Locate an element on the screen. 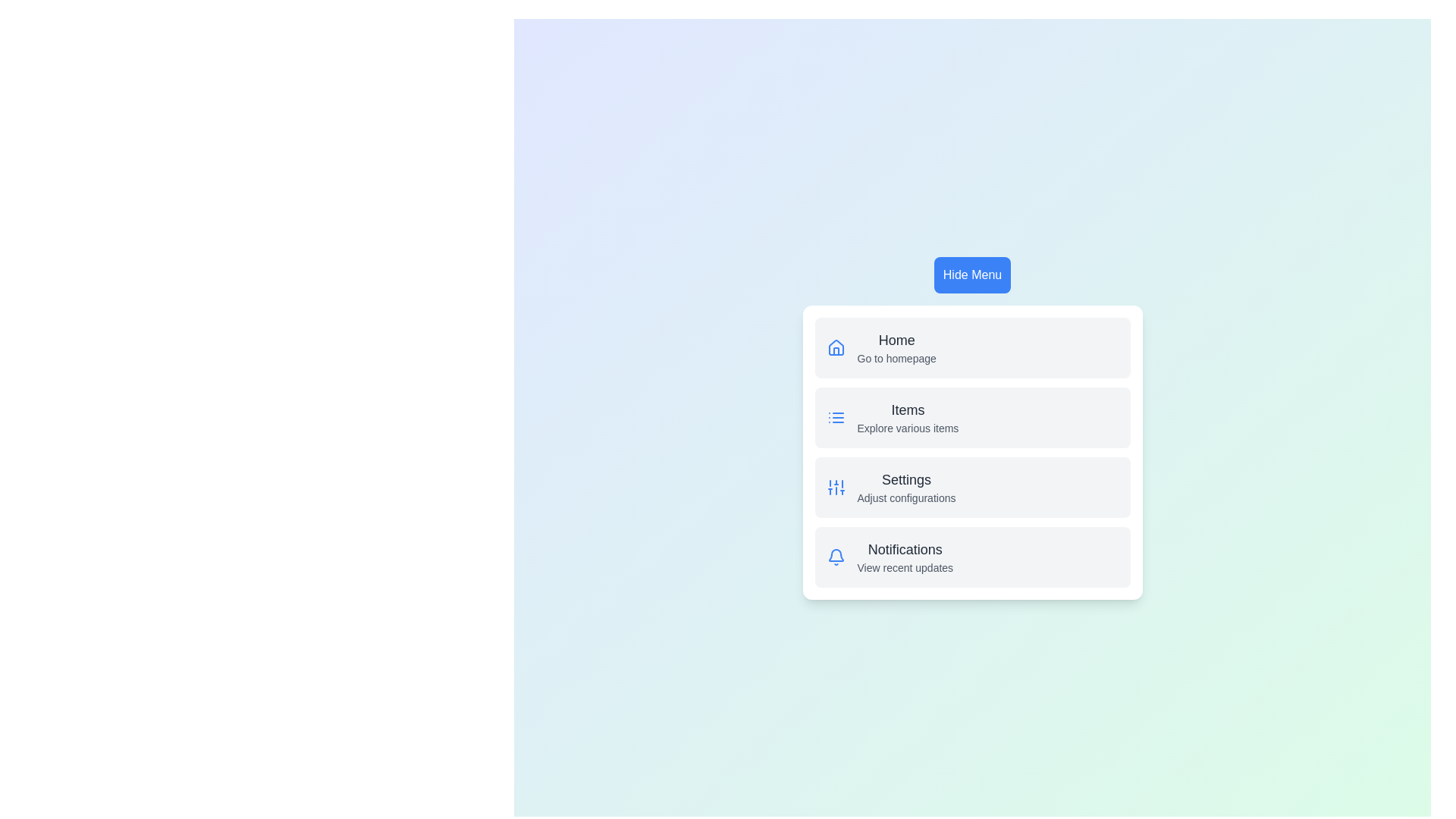 The image size is (1456, 819). the menu item labeled Items is located at coordinates (908, 409).